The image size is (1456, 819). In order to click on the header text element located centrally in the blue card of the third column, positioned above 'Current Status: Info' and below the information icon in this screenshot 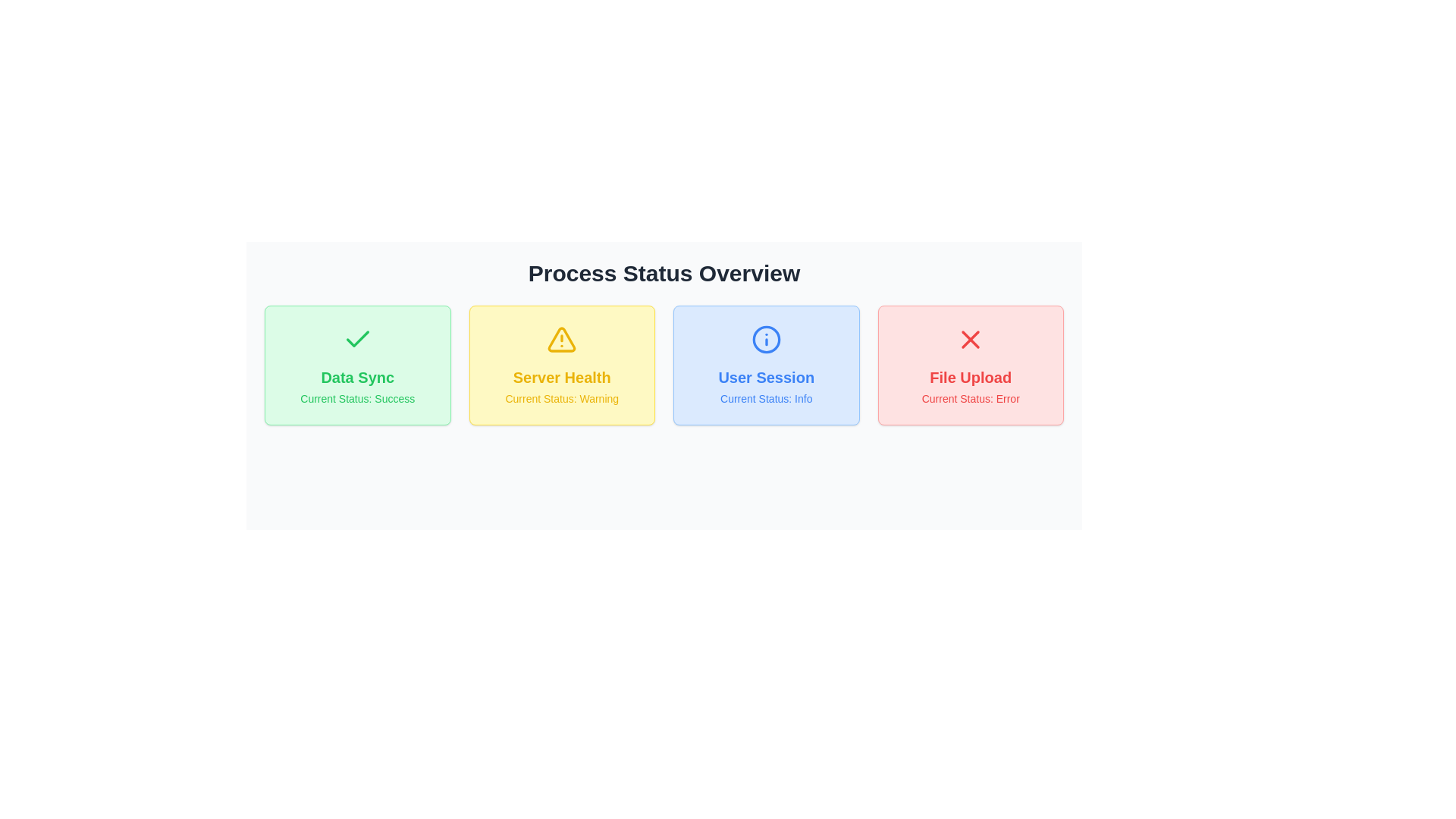, I will do `click(766, 376)`.